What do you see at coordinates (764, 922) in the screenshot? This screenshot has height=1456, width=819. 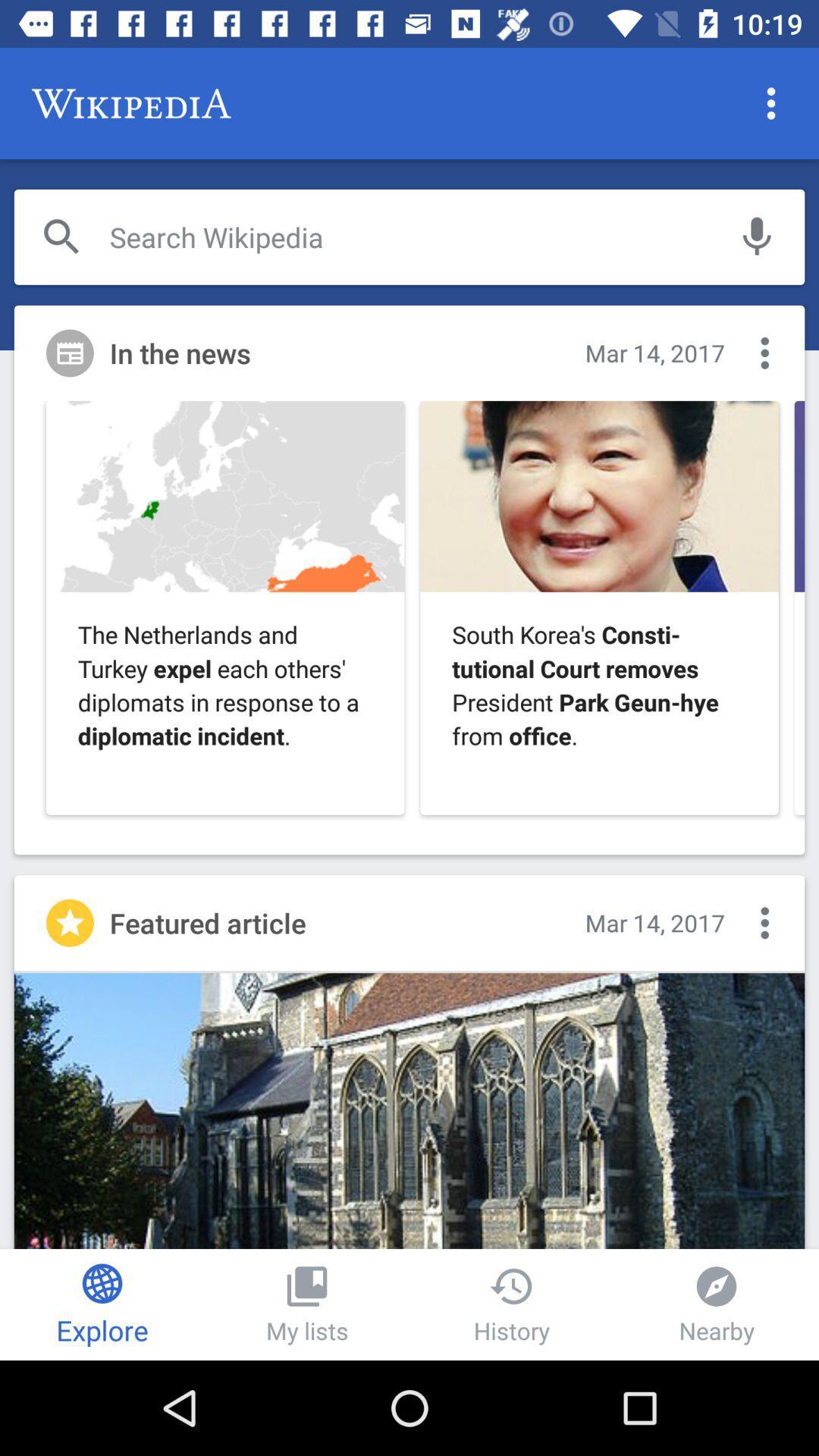 I see `3 vertical dots icon which is to the right side of the text which says featured article mar 14 2017` at bounding box center [764, 922].